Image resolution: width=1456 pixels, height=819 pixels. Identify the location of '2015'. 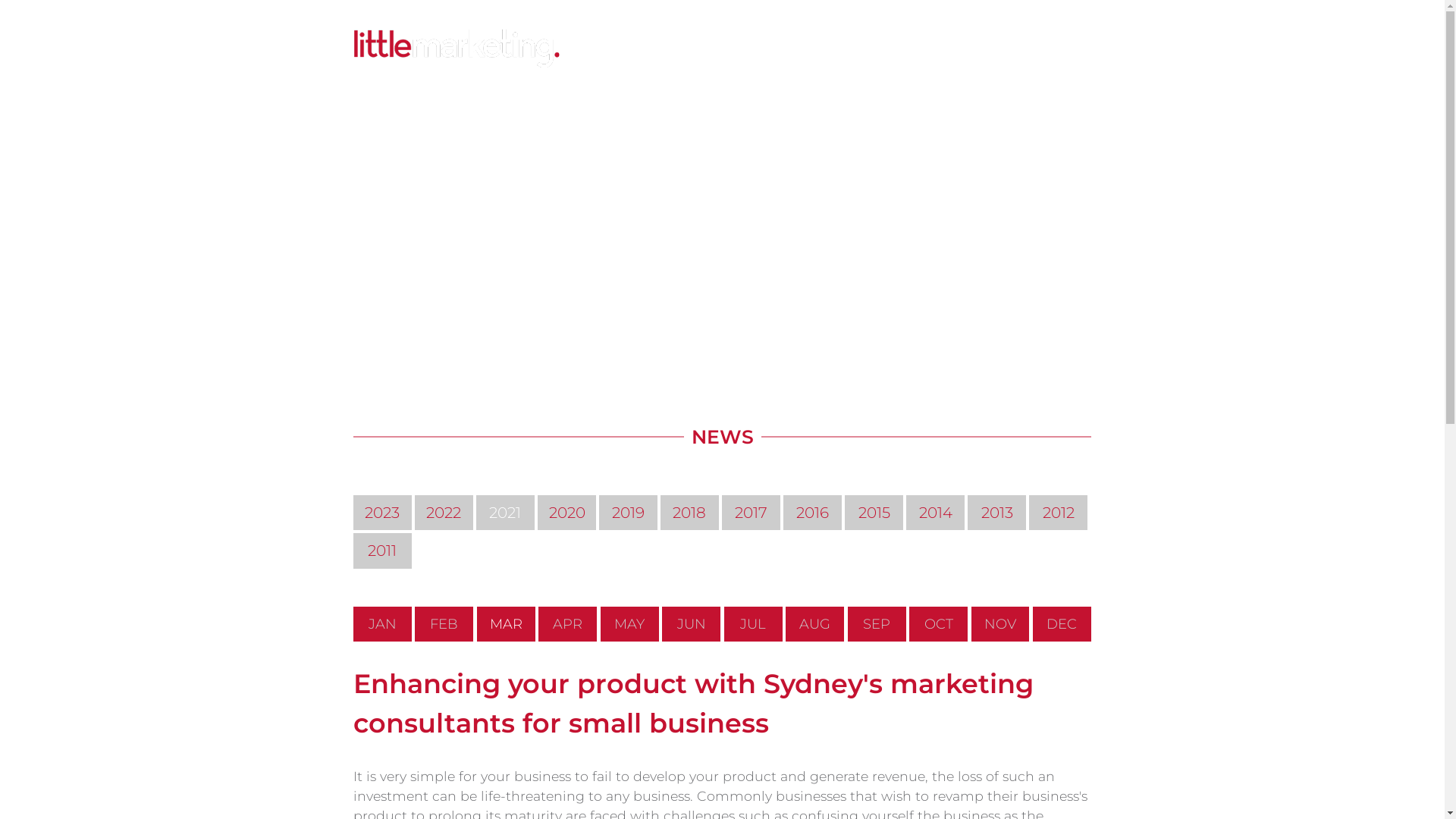
(843, 512).